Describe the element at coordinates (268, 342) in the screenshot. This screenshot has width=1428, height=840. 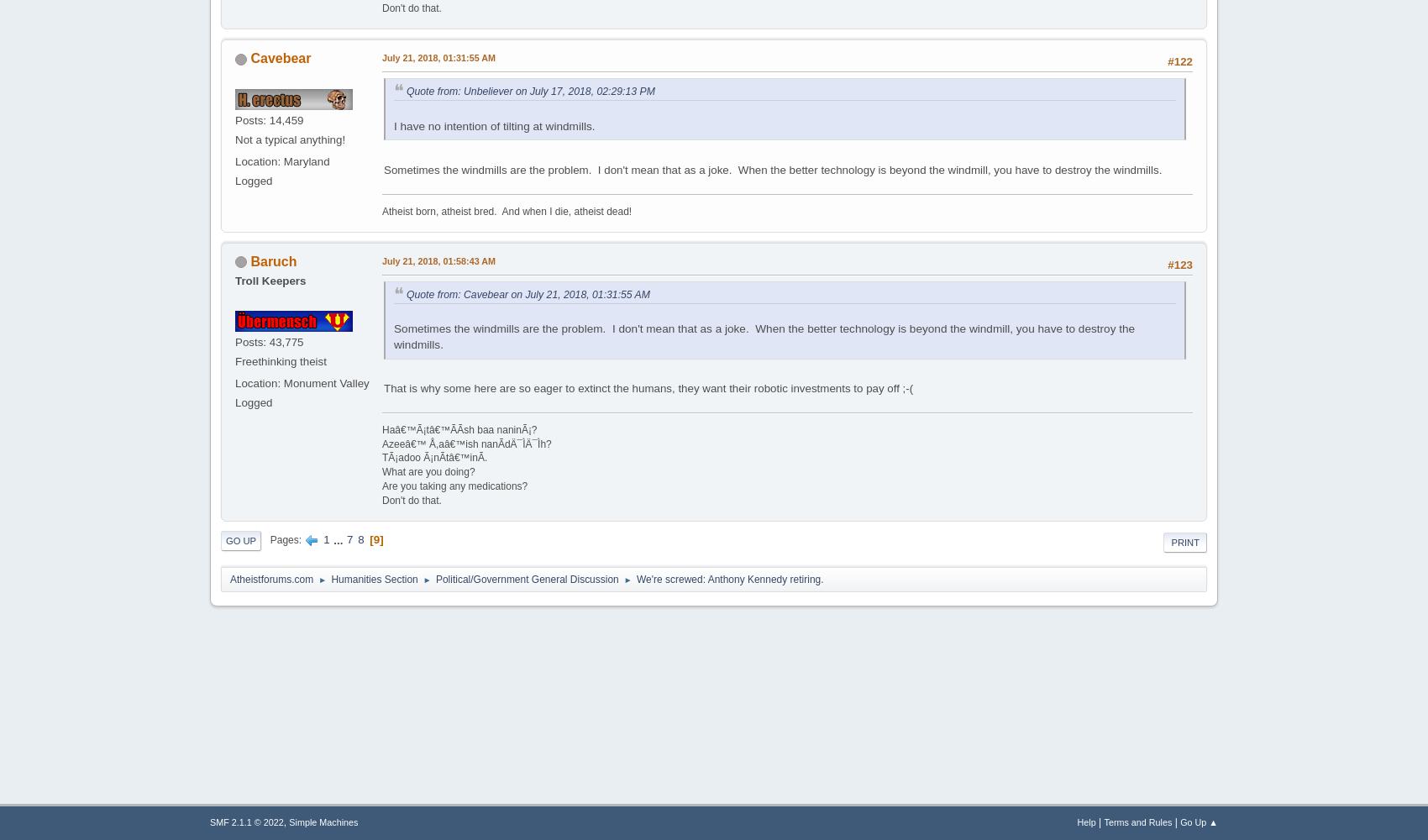
I see `'Posts: 43,775'` at that location.